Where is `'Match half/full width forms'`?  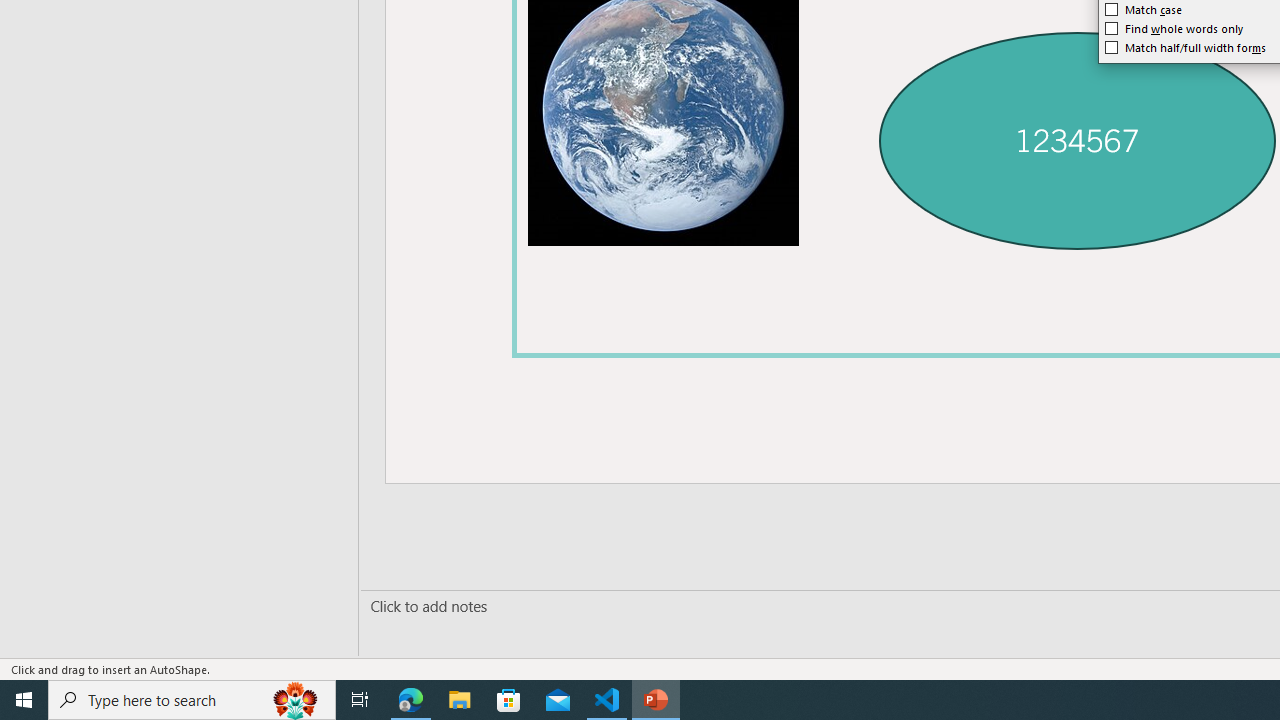 'Match half/full width forms' is located at coordinates (1186, 47).